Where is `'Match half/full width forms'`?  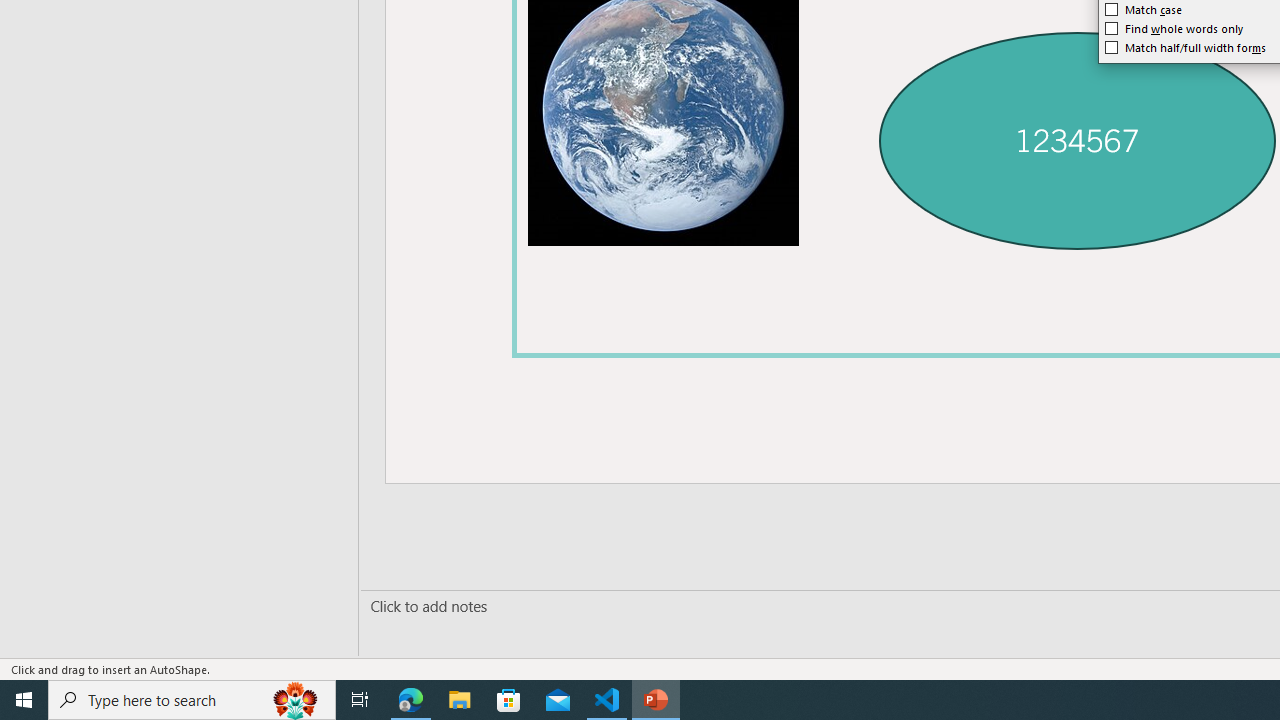 'Match half/full width forms' is located at coordinates (1186, 47).